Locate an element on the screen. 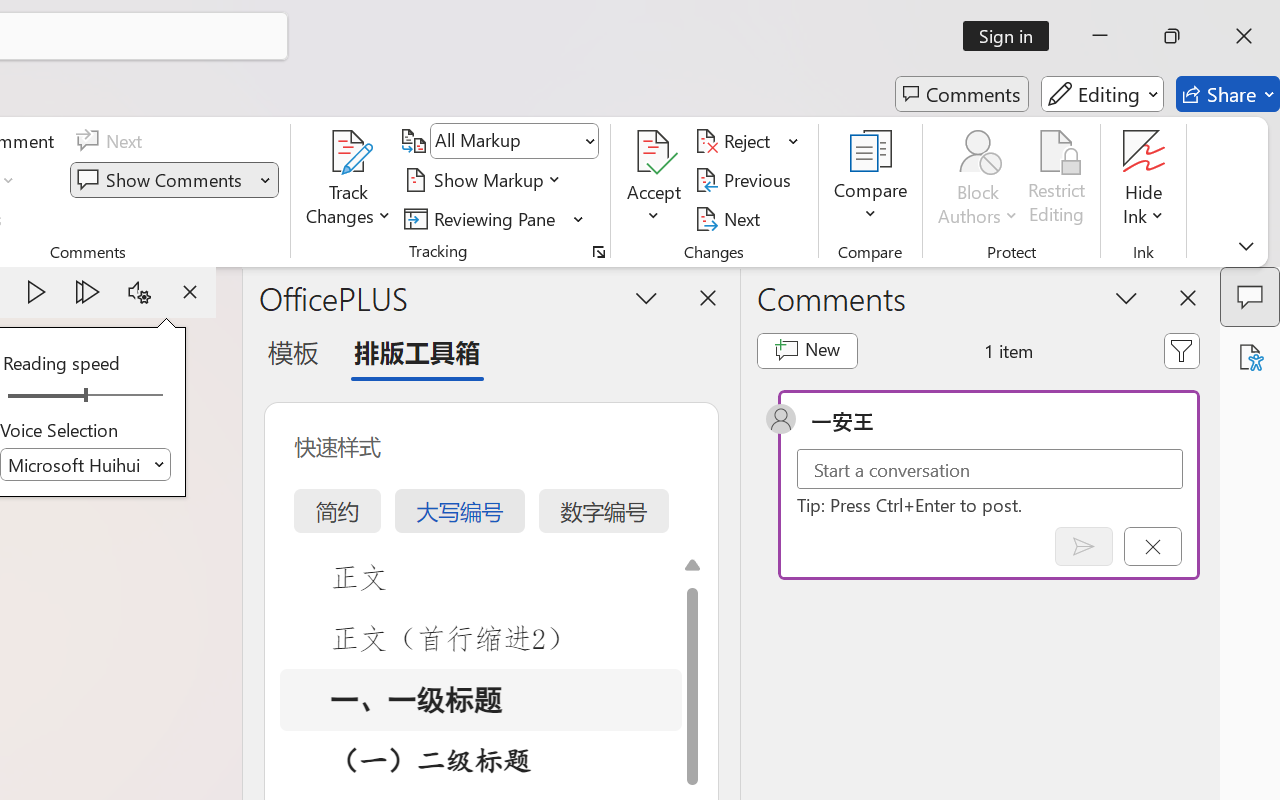  'Show Comments' is located at coordinates (174, 179).